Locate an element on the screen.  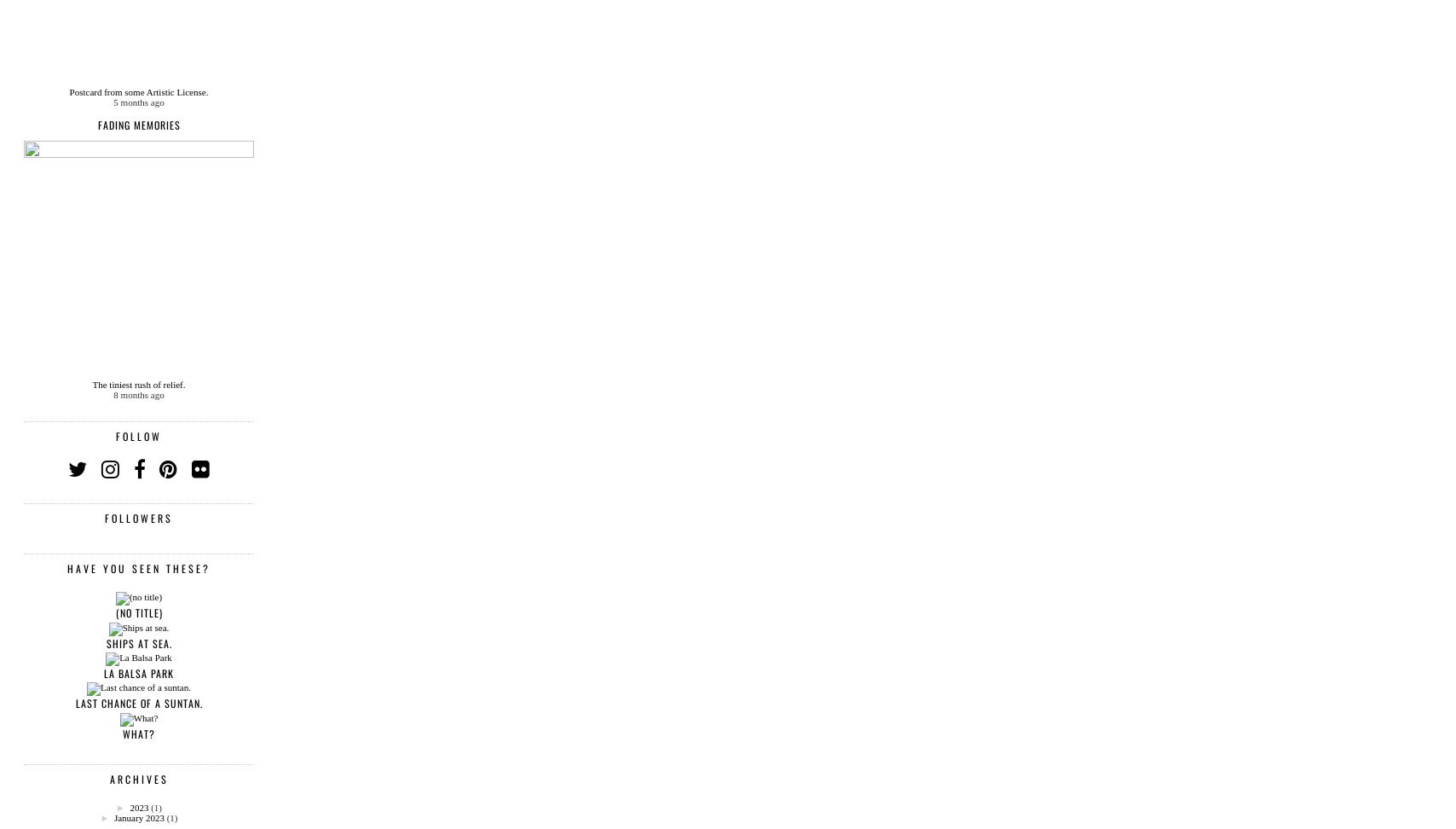
'La Balsa Park' is located at coordinates (138, 672).